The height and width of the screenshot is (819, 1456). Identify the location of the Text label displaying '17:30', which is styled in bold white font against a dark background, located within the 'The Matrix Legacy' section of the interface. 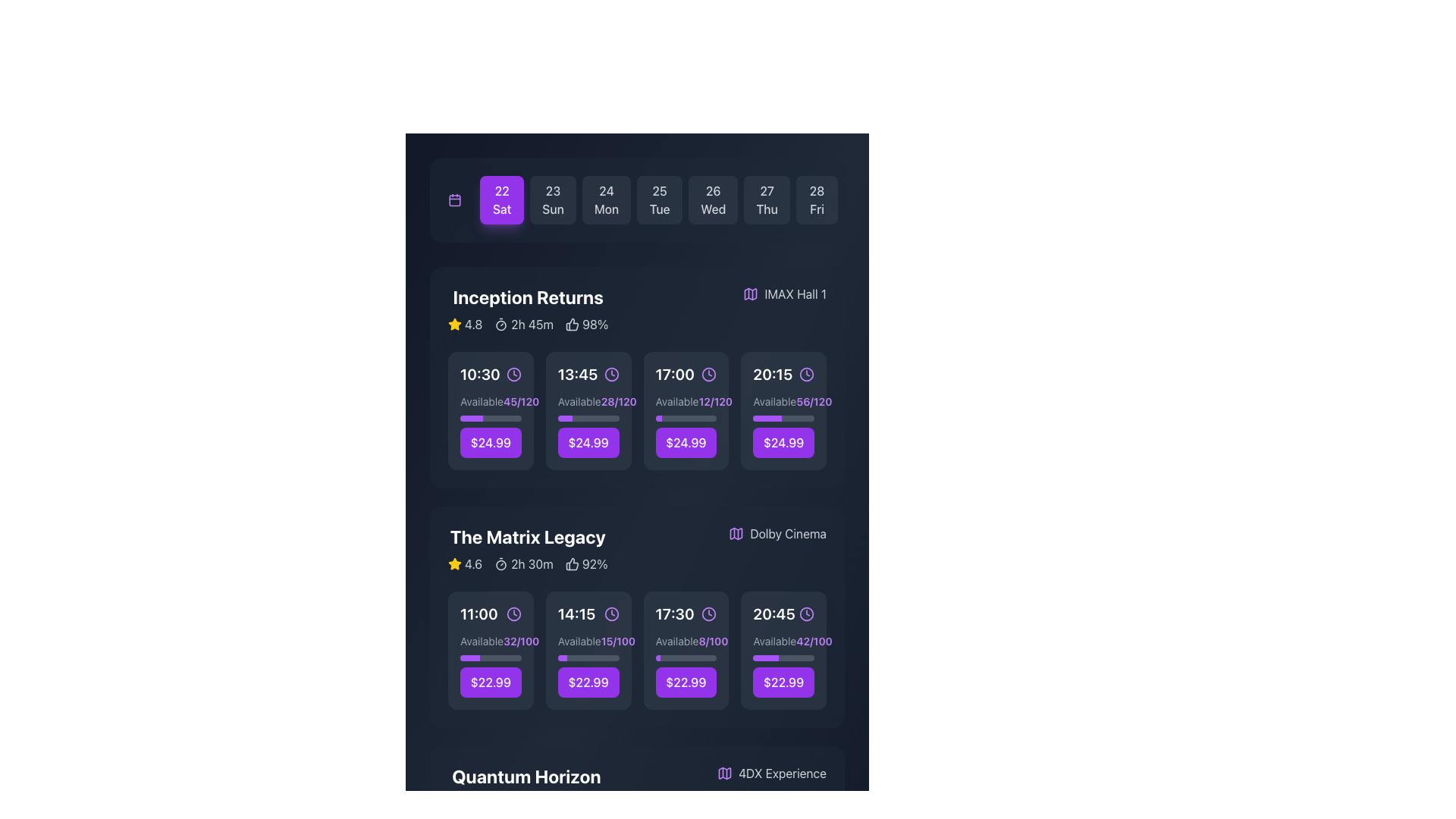
(674, 614).